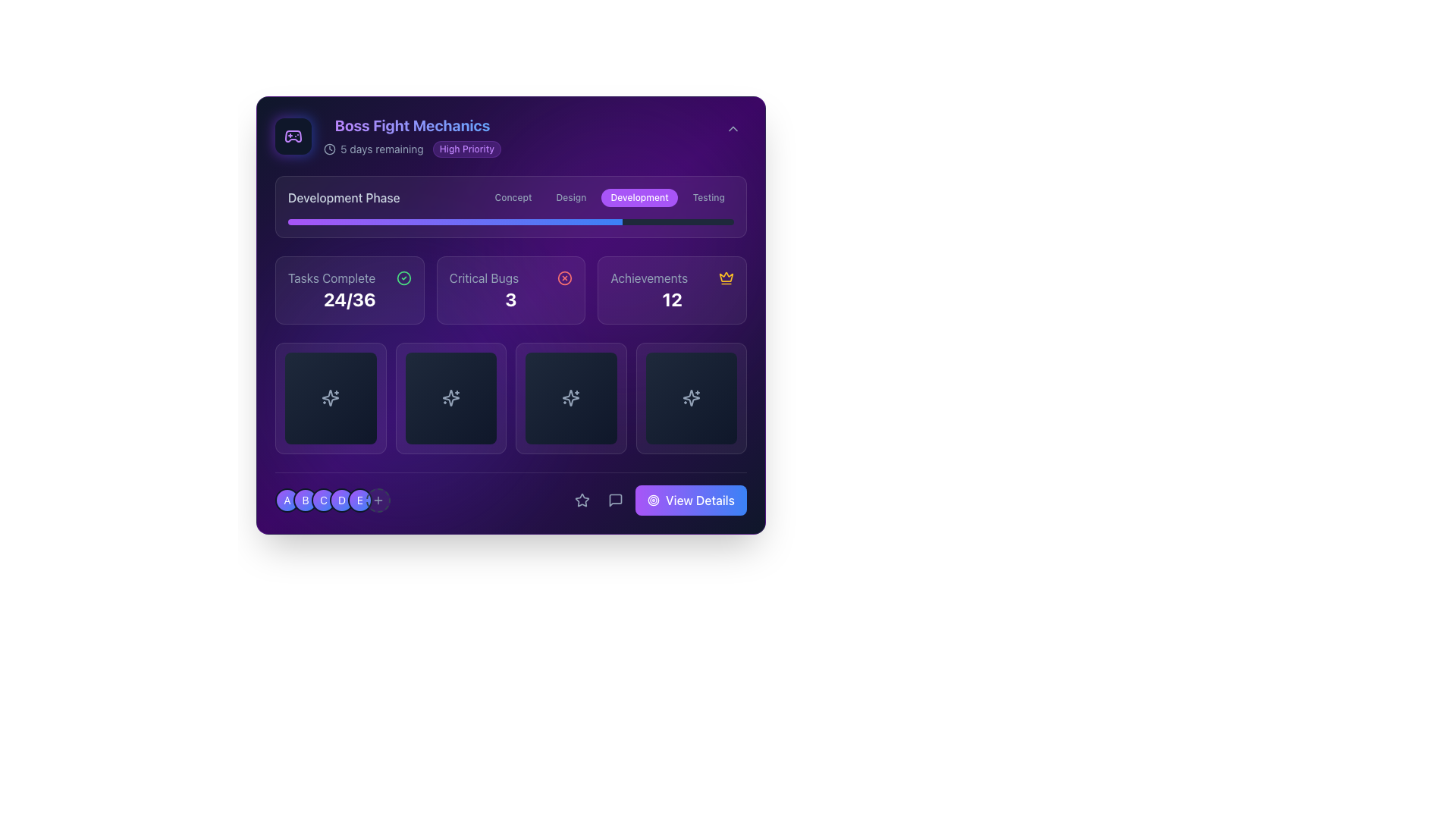  I want to click on the third card in a row of four cards located in the lower section of the interface, so click(570, 397).